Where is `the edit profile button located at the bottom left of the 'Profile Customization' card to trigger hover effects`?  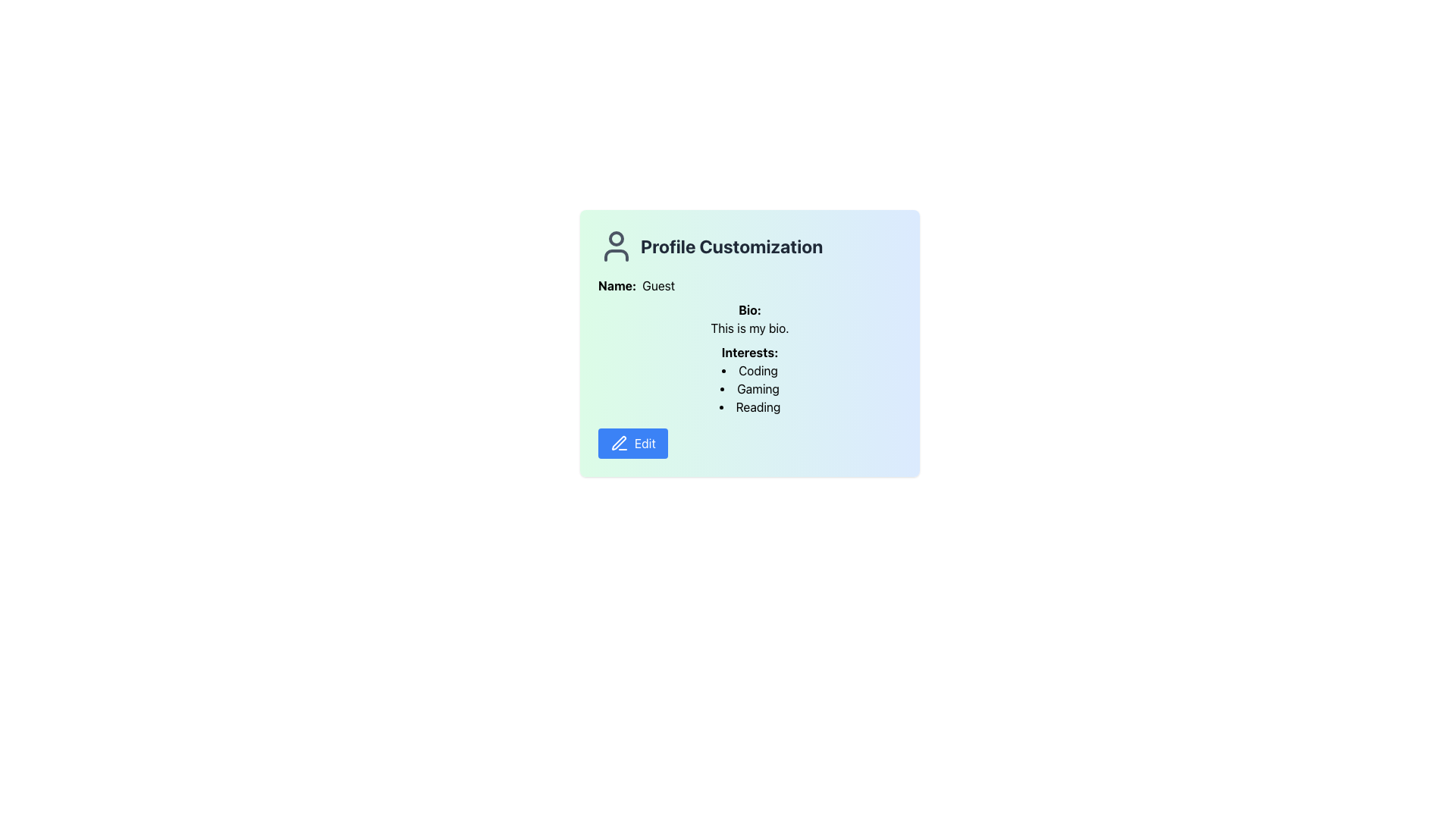 the edit profile button located at the bottom left of the 'Profile Customization' card to trigger hover effects is located at coordinates (633, 444).